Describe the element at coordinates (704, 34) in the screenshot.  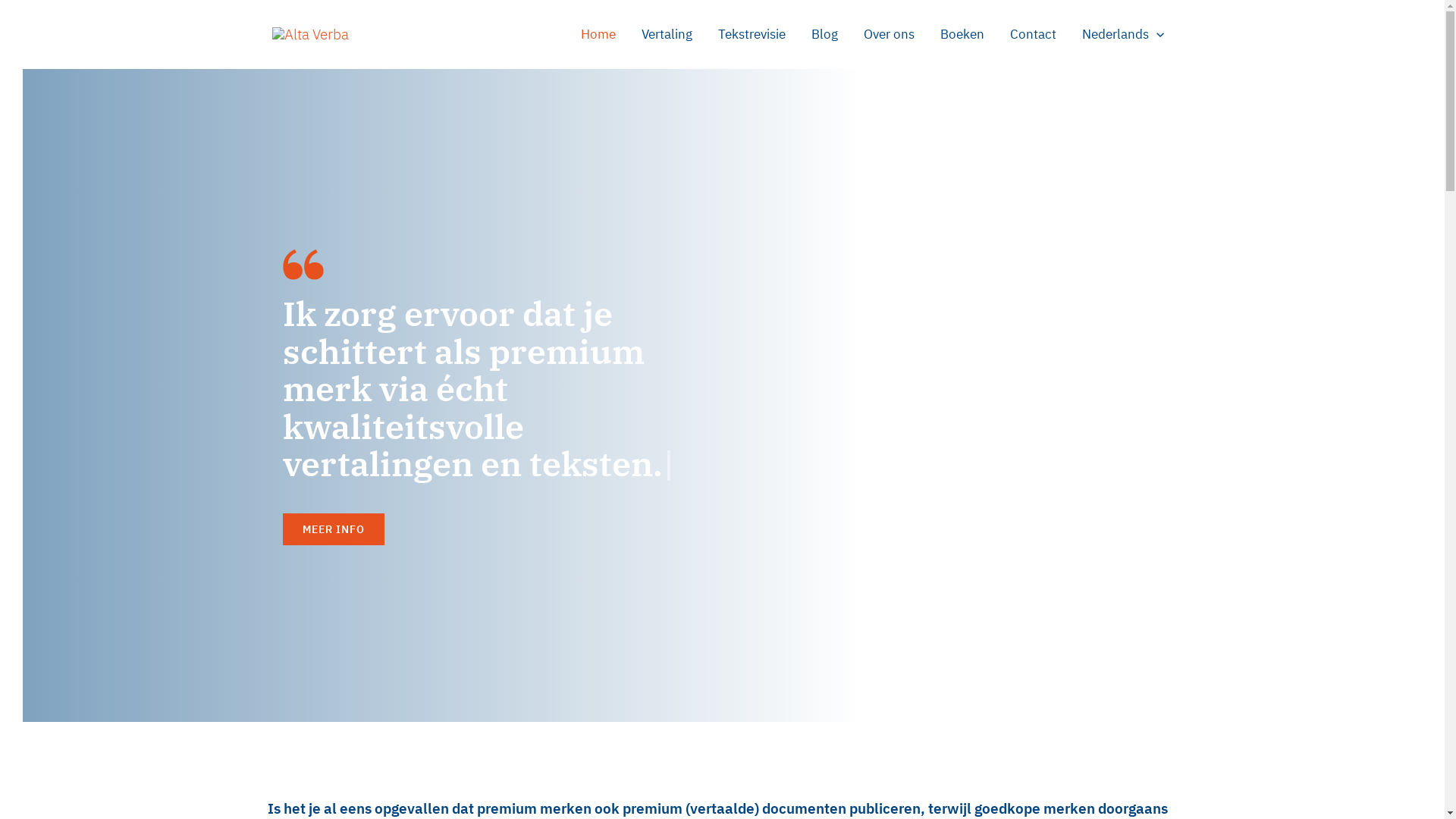
I see `'Tekstrevisie'` at that location.